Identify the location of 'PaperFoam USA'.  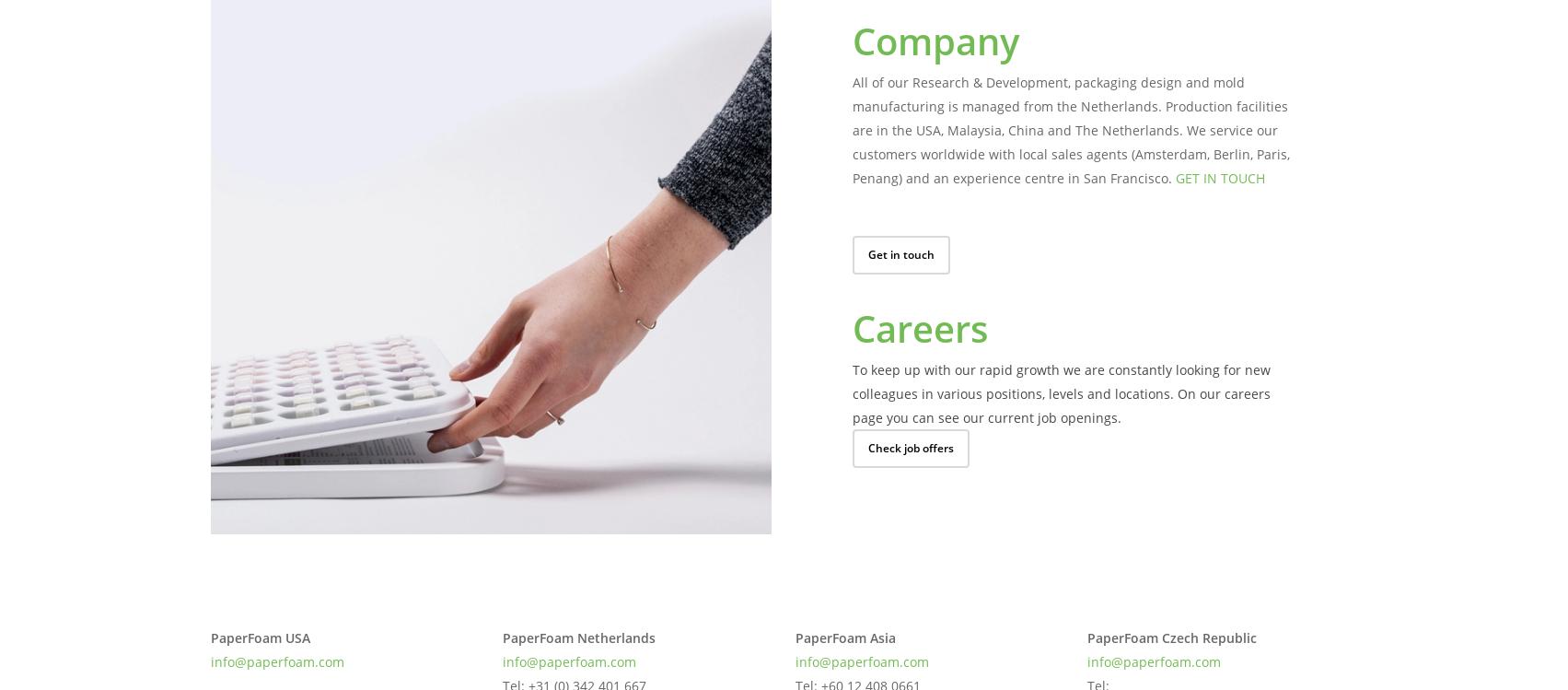
(259, 637).